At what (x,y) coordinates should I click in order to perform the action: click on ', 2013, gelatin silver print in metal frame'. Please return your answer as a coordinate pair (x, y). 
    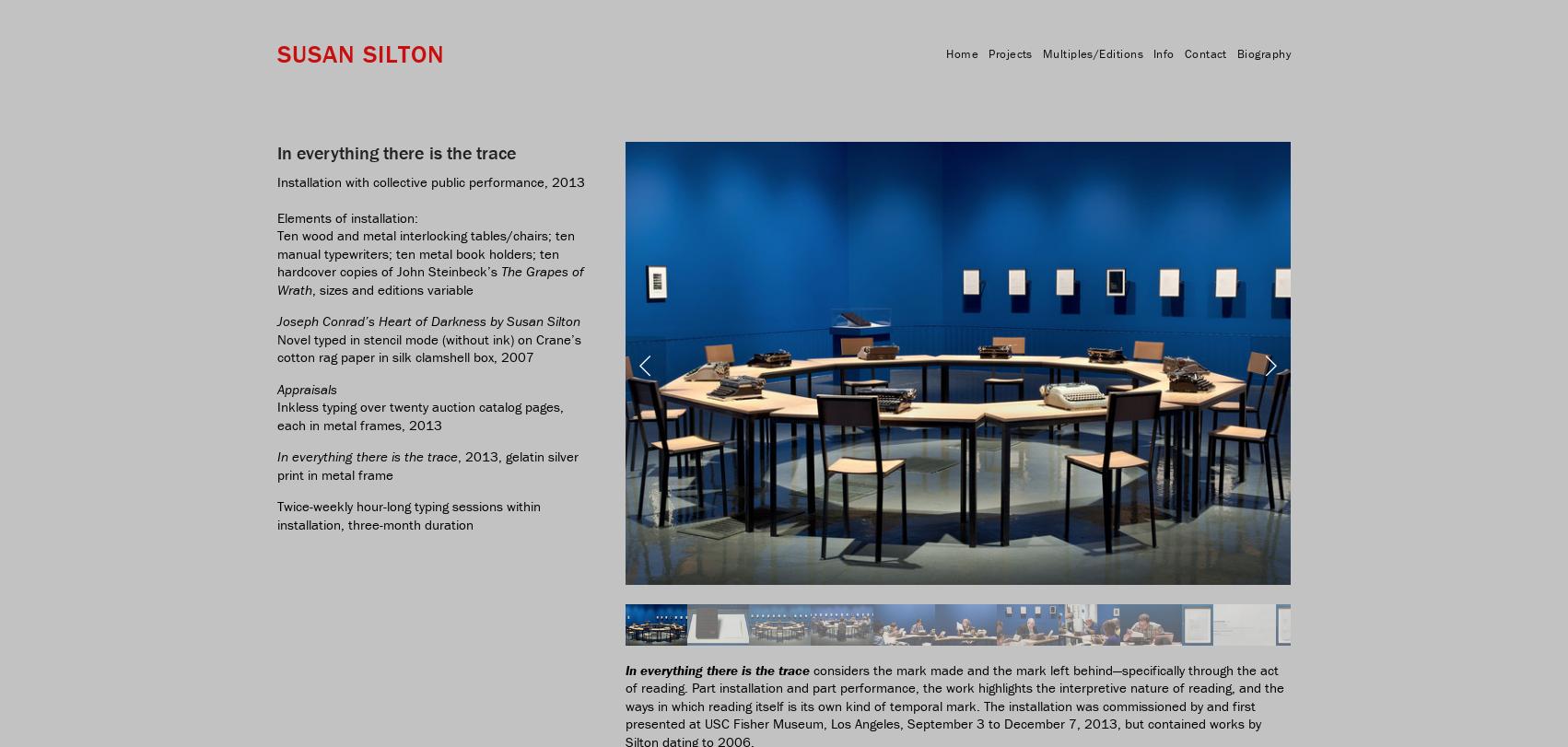
    Looking at the image, I should click on (277, 464).